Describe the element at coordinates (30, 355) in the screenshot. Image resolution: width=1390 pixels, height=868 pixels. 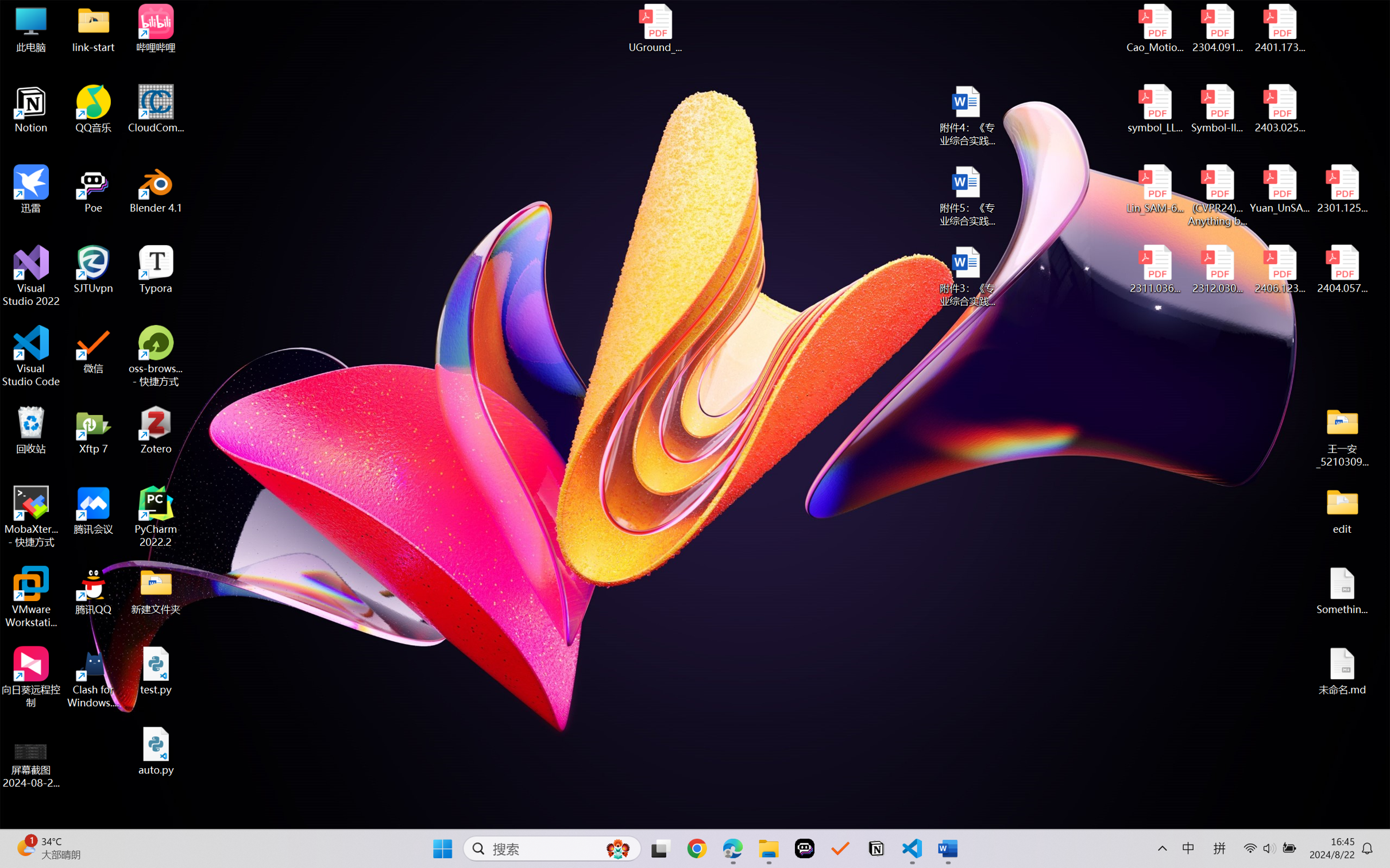
I see `'Visual Studio Code'` at that location.